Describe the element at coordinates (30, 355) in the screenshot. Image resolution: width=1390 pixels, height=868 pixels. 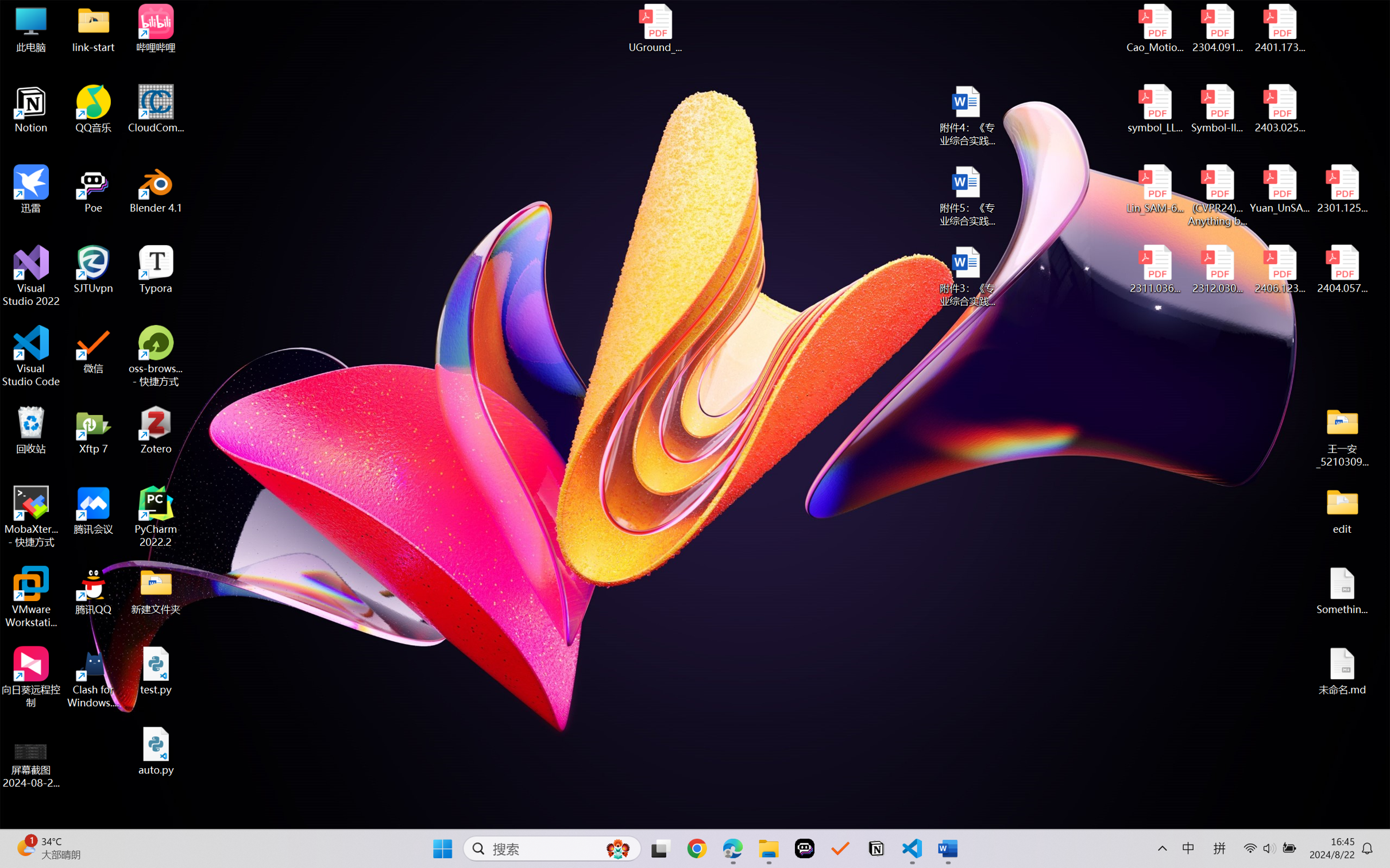
I see `'Visual Studio Code'` at that location.